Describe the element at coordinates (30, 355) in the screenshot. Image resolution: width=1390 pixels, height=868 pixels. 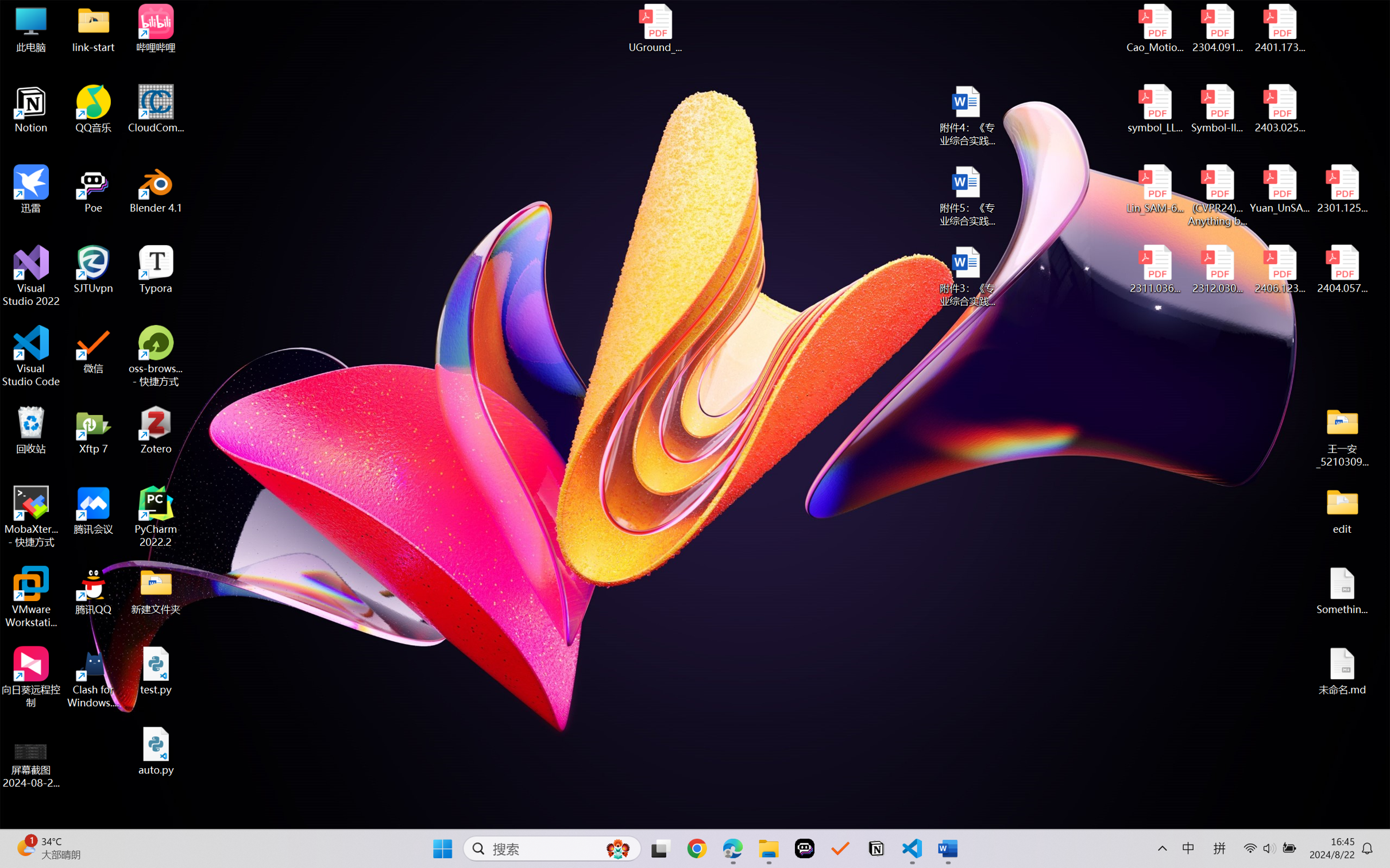
I see `'Visual Studio Code'` at that location.